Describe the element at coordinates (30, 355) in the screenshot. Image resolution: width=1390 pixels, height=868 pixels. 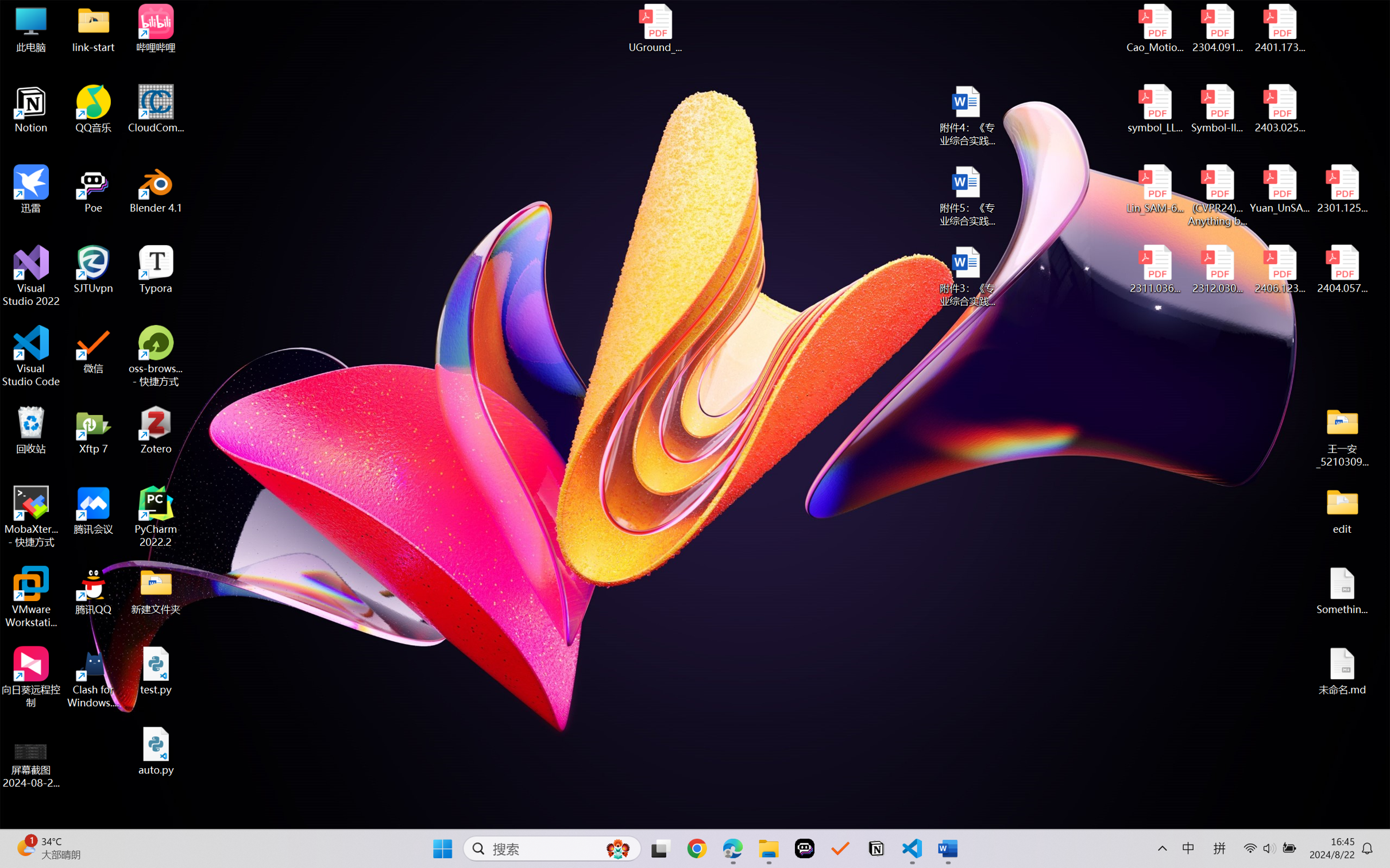
I see `'Visual Studio Code'` at that location.